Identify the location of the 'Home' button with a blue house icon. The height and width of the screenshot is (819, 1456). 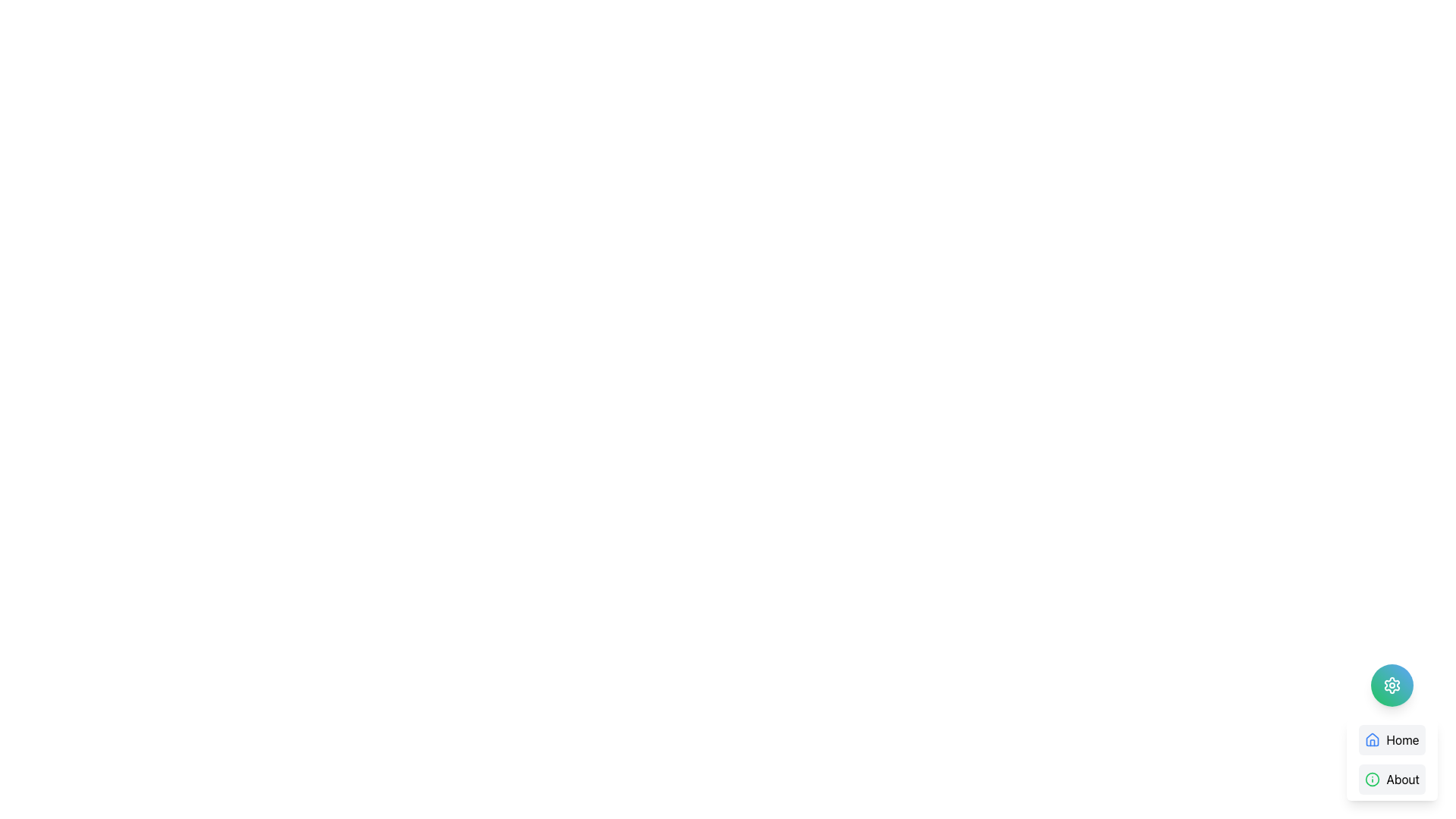
(1392, 739).